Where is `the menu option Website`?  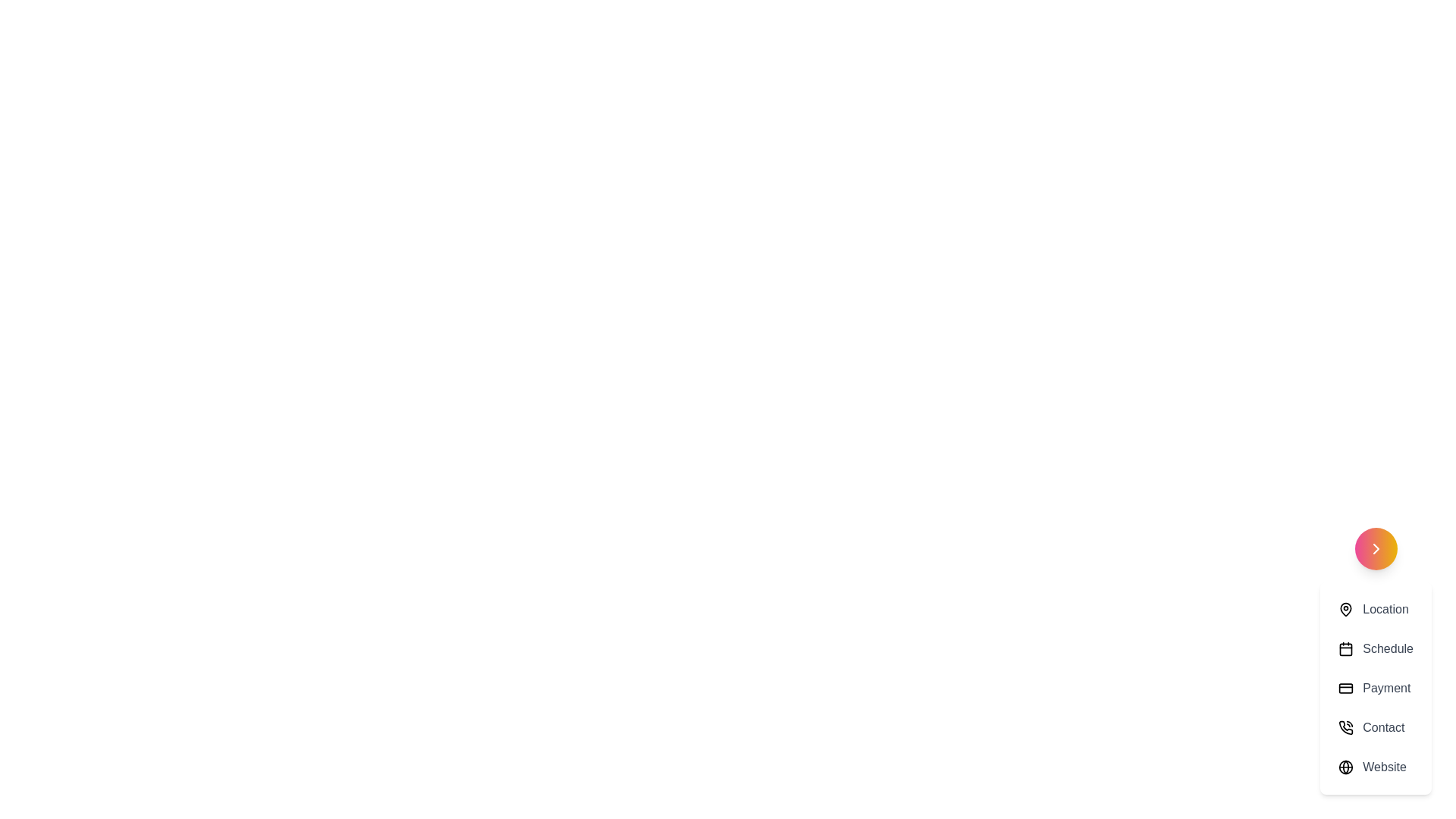 the menu option Website is located at coordinates (1376, 767).